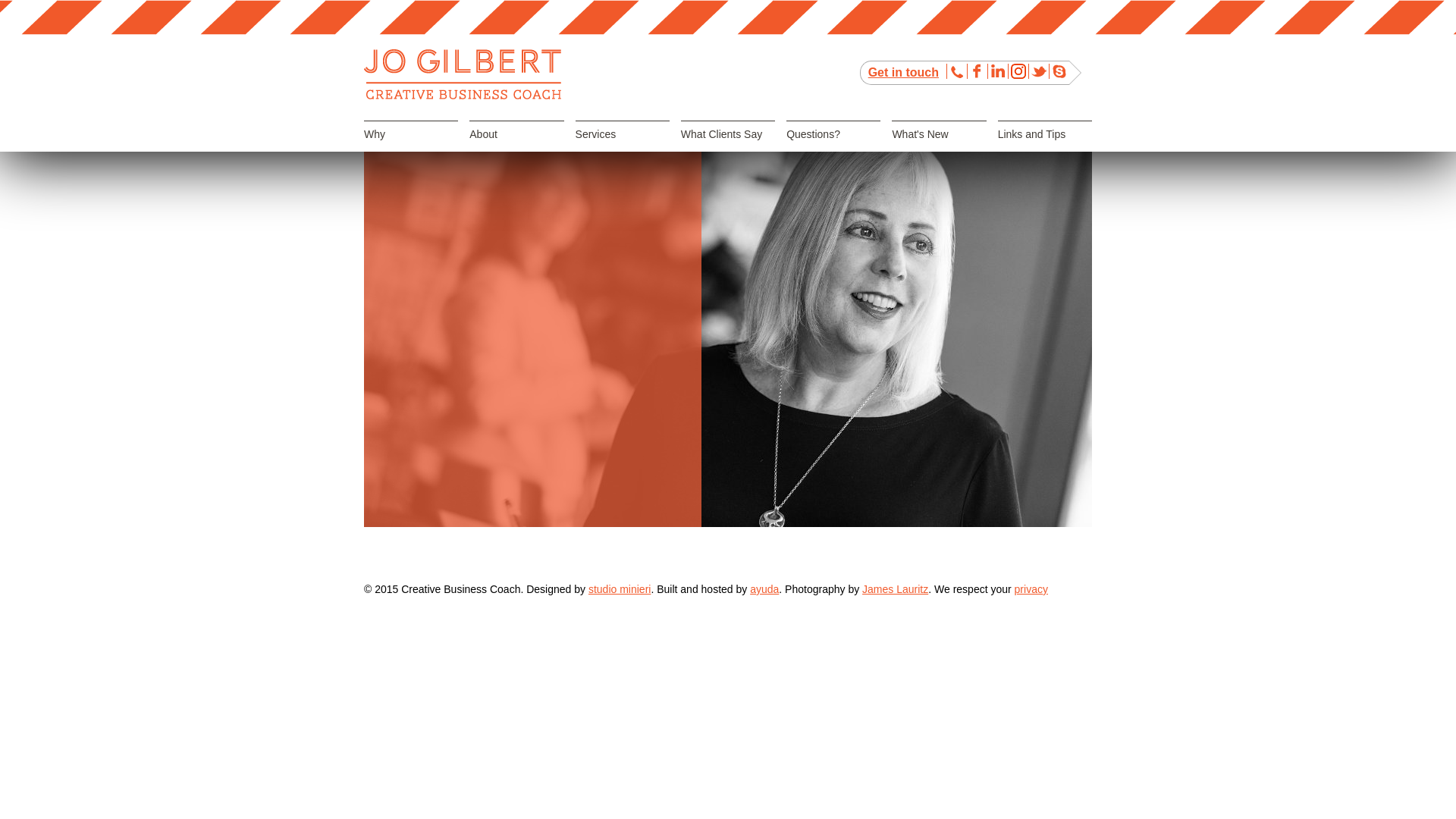 The image size is (1456, 819). Describe the element at coordinates (619, 588) in the screenshot. I see `'studio minieri'` at that location.